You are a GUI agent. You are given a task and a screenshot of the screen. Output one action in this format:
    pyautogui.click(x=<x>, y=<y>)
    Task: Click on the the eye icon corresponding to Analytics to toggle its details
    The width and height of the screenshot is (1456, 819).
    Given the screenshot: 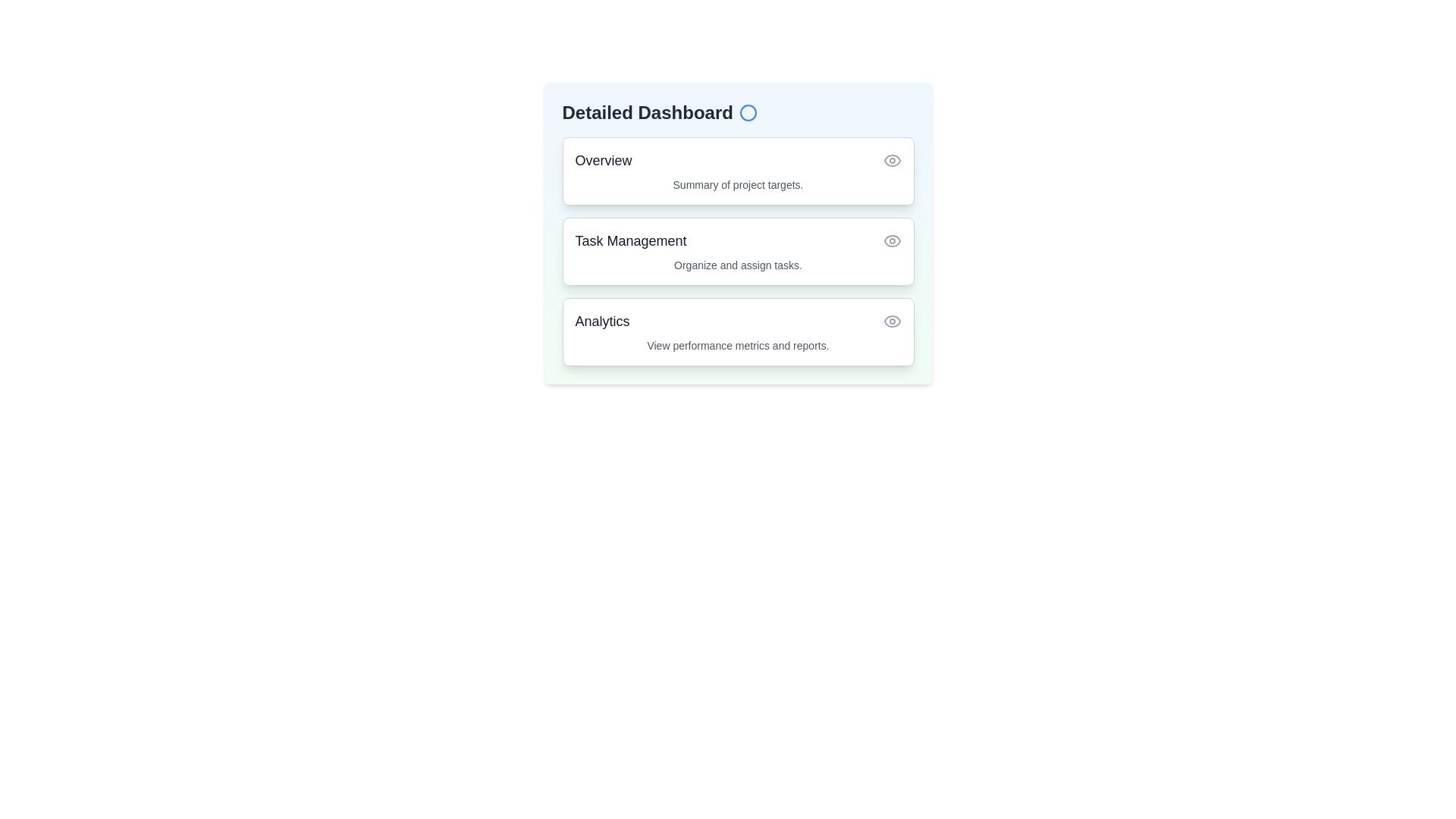 What is the action you would take?
    pyautogui.click(x=892, y=321)
    